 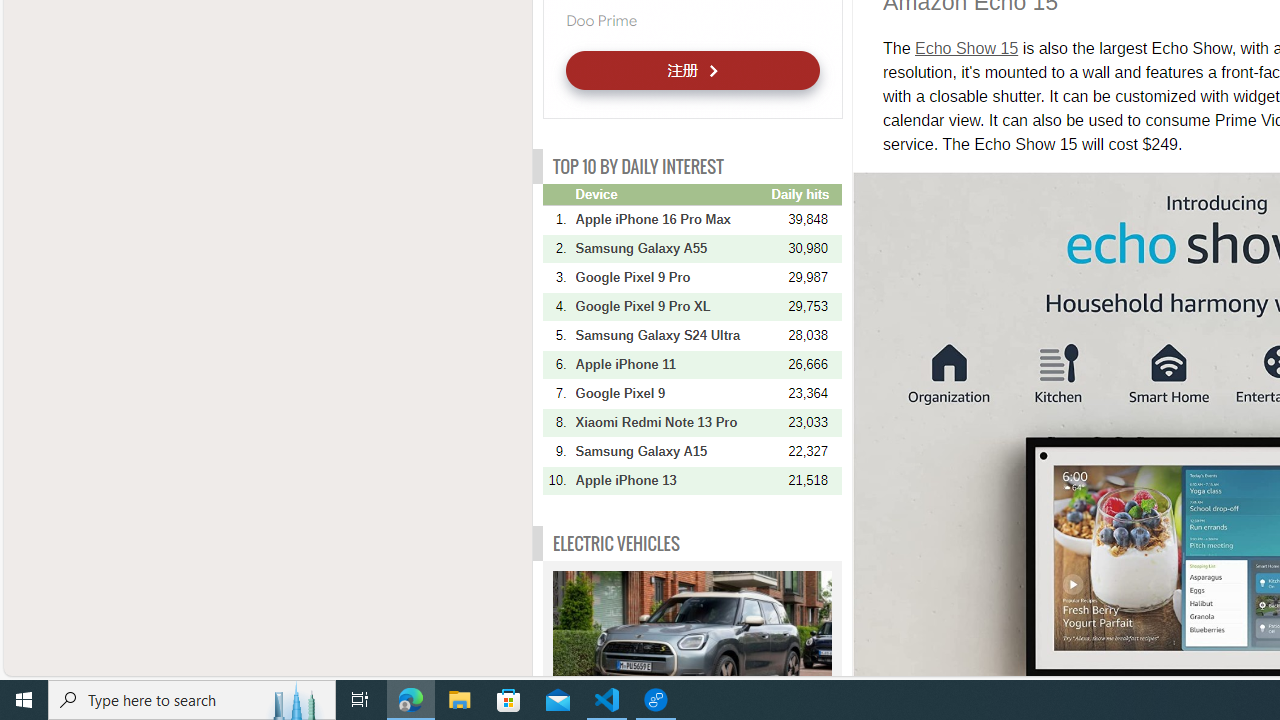 What do you see at coordinates (671, 451) in the screenshot?
I see `'Samsung Galaxy A15'` at bounding box center [671, 451].